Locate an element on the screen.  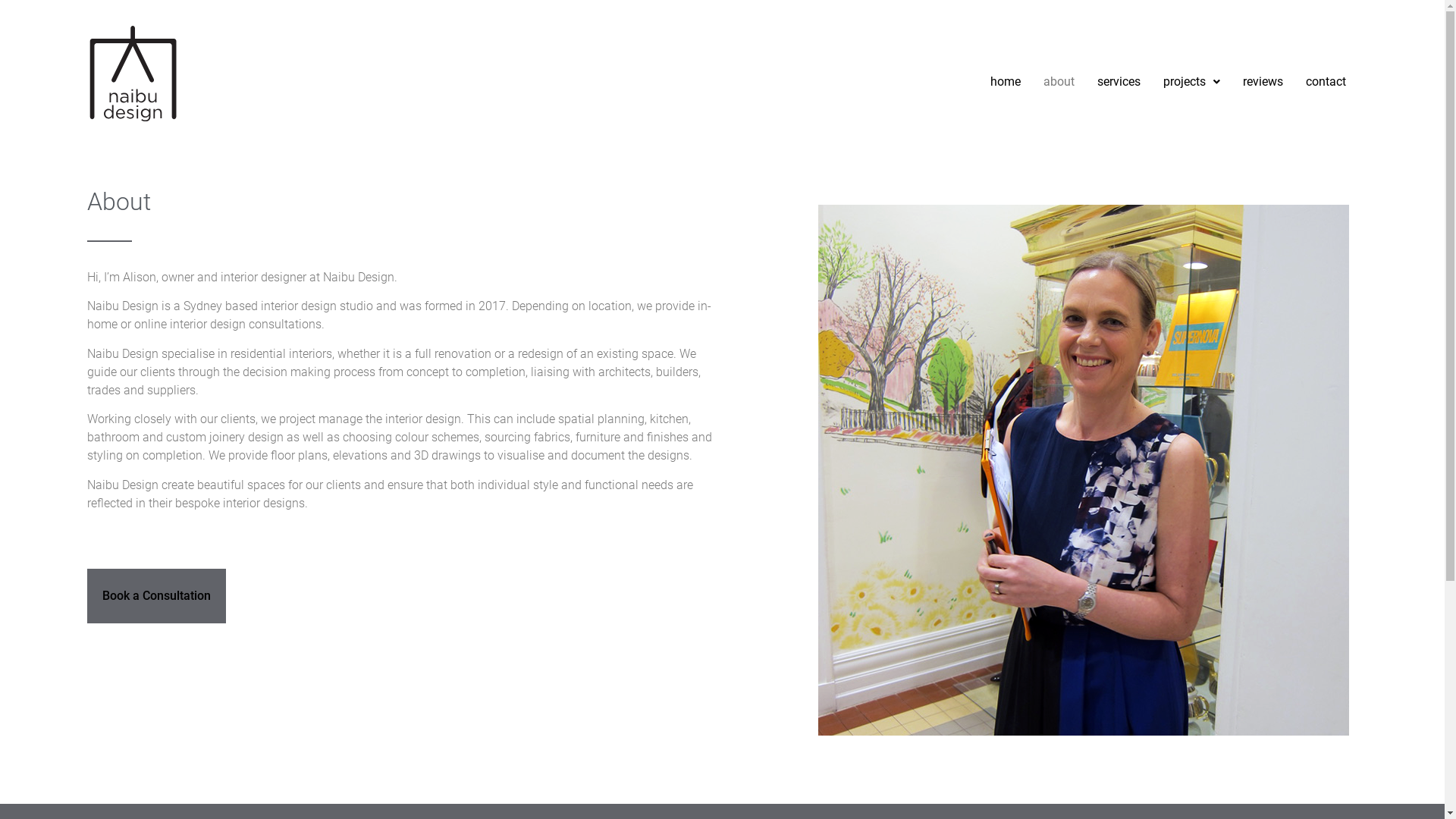
'about' is located at coordinates (1058, 82).